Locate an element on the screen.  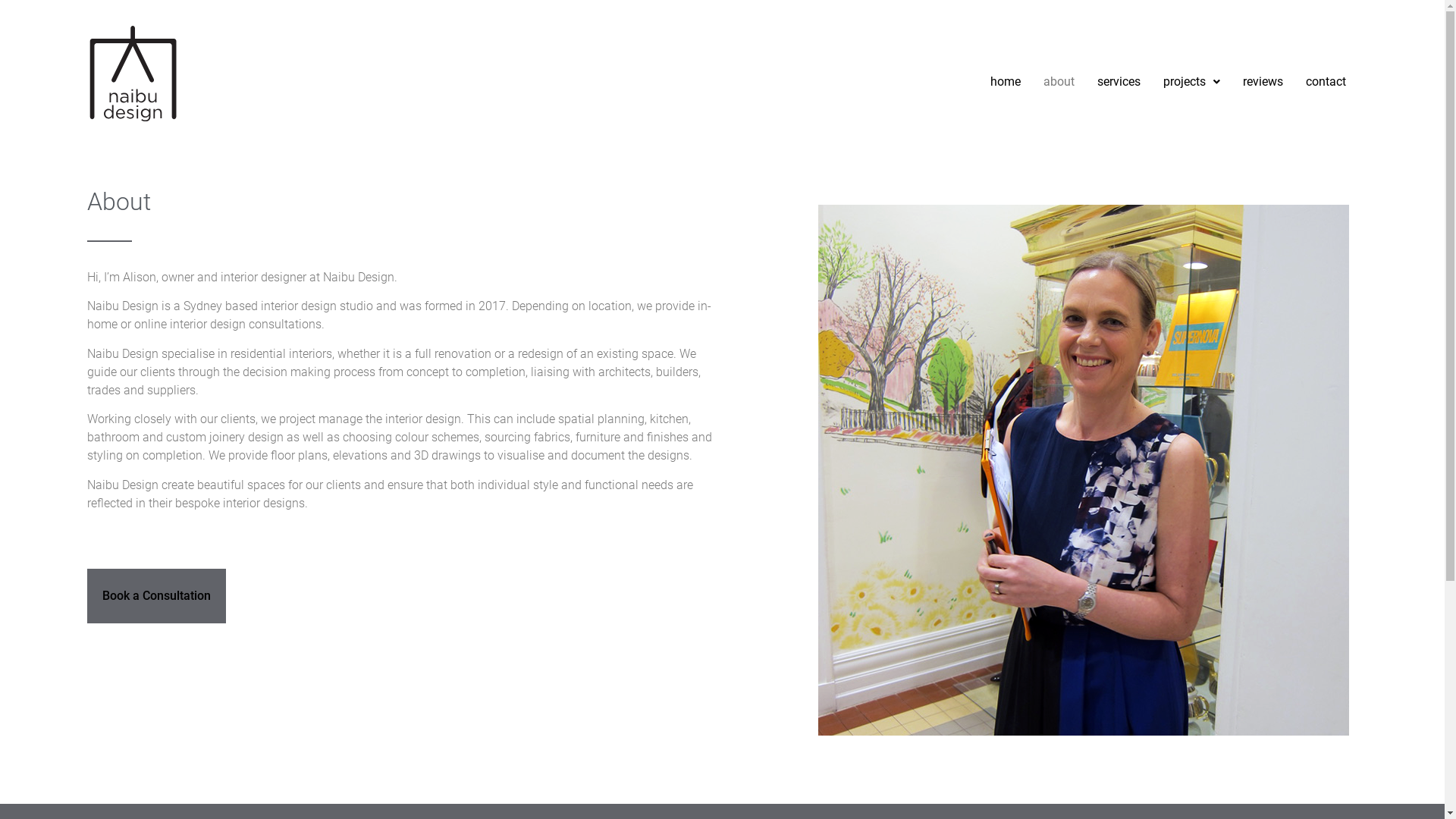
'about' is located at coordinates (1058, 82).